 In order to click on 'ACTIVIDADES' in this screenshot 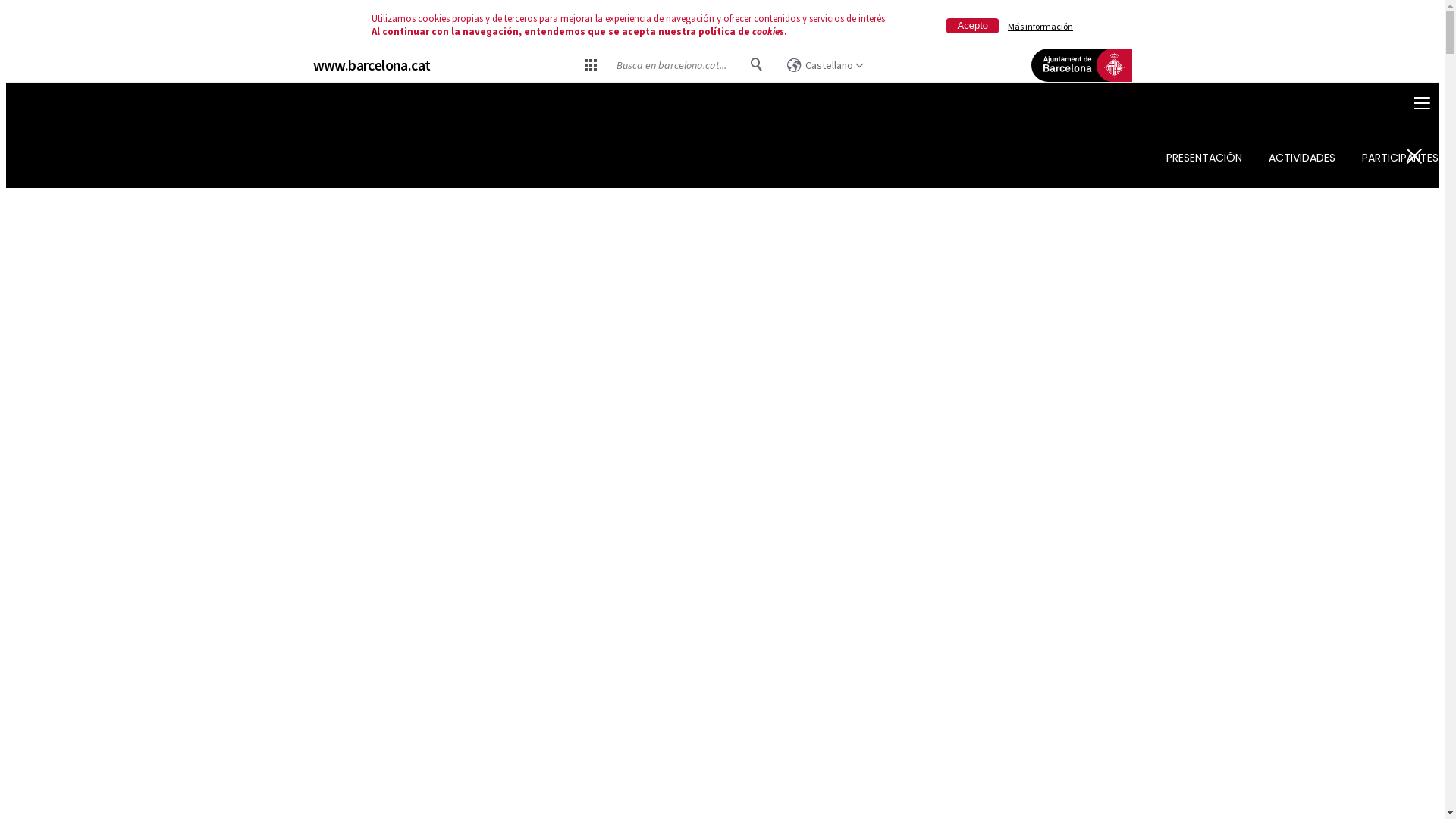, I will do `click(1301, 158)`.